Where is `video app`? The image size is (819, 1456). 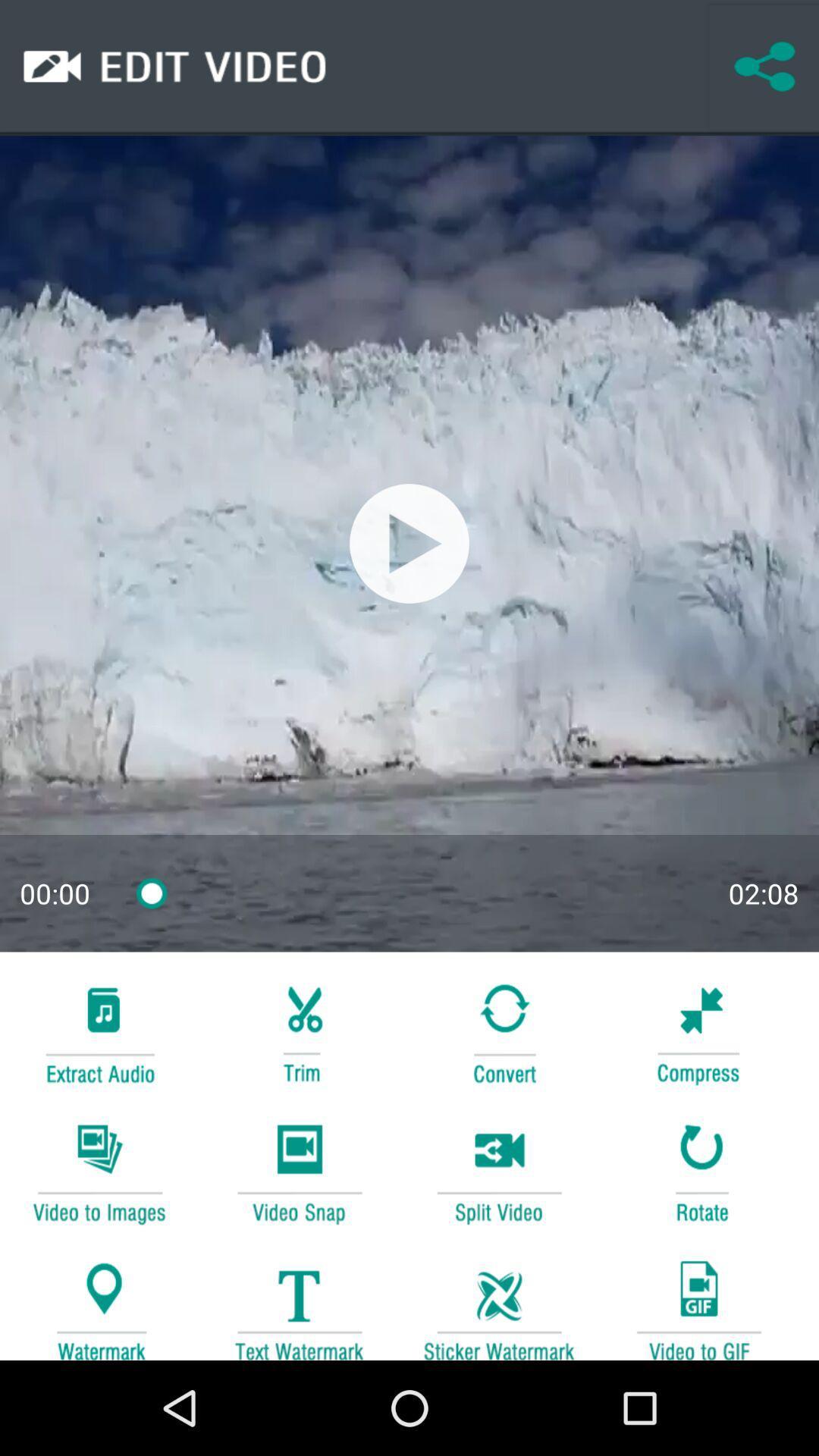 video app is located at coordinates (698, 1302).